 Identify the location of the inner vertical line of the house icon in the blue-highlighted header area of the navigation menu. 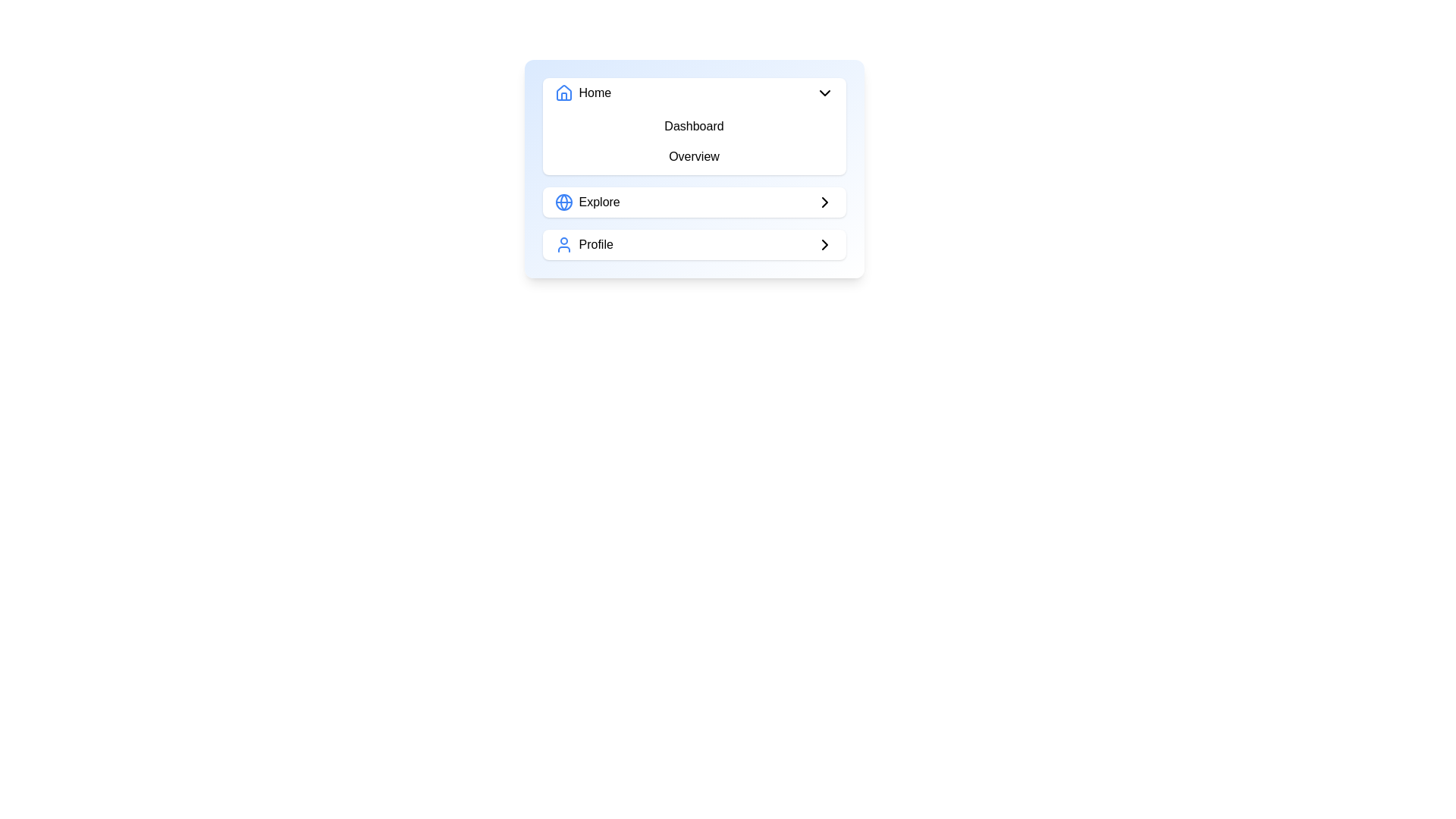
(563, 96).